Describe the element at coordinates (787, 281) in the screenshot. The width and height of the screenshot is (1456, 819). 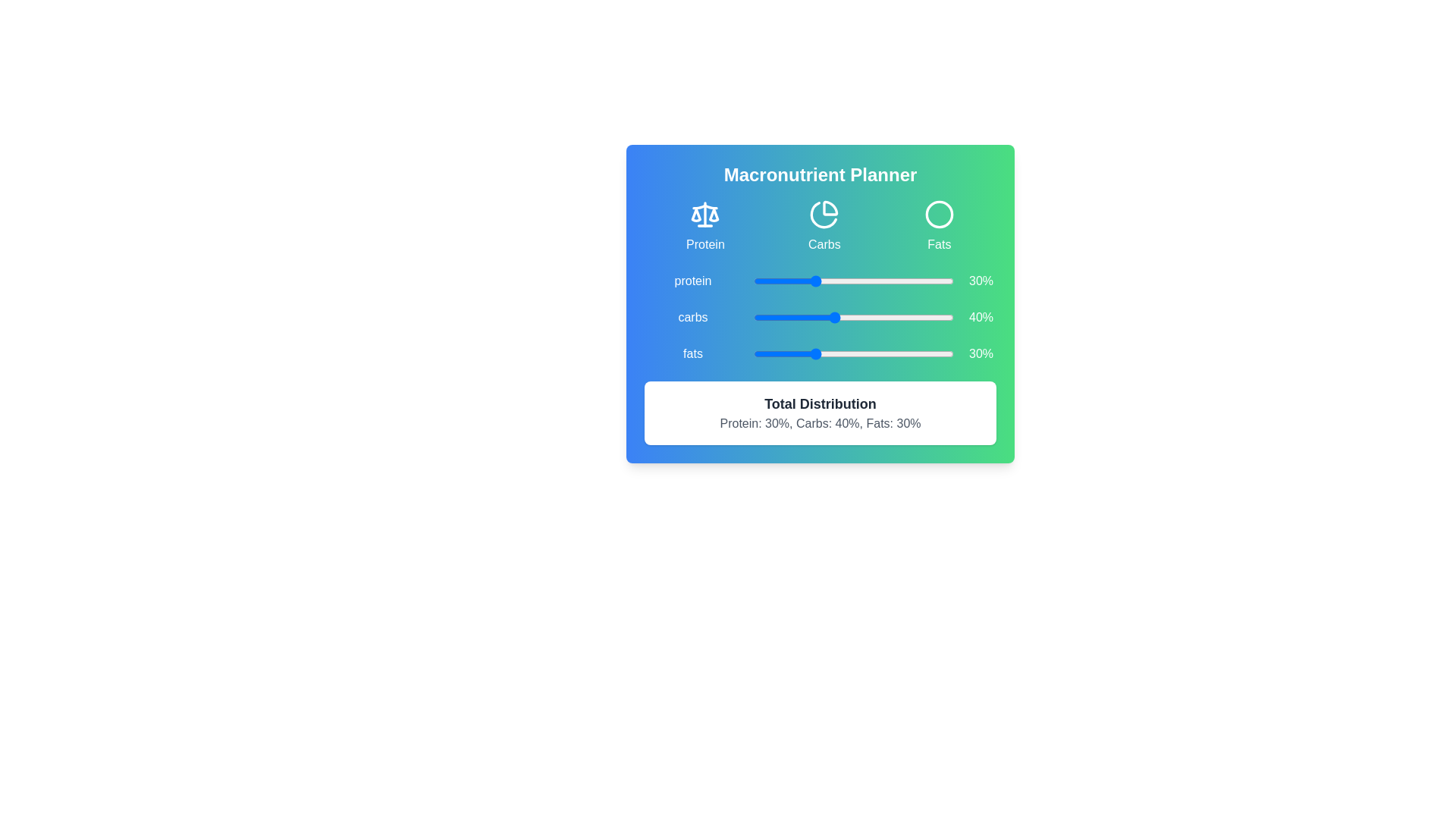
I see `the protein percentage` at that location.